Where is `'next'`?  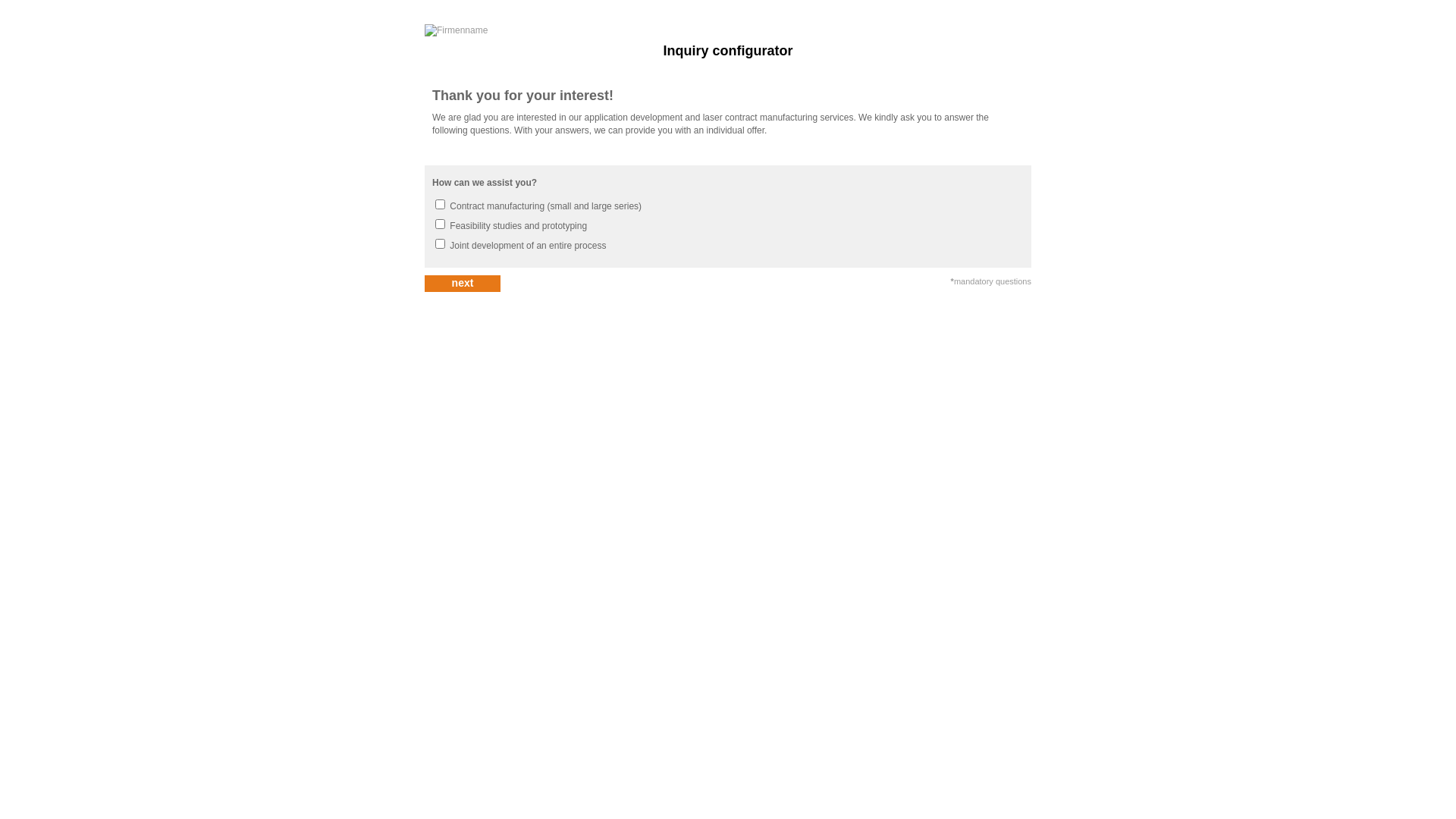 'next' is located at coordinates (461, 284).